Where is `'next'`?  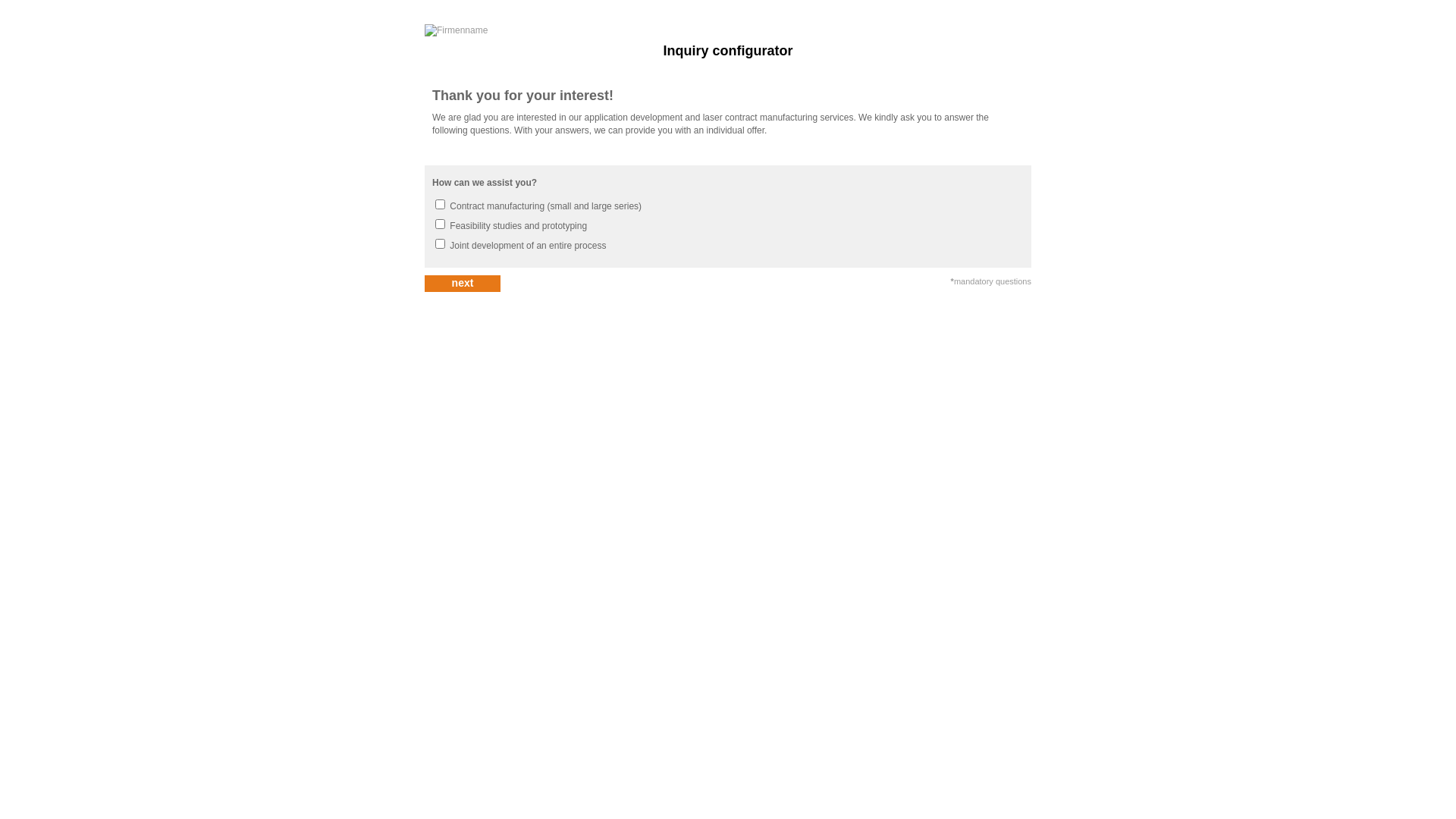 'next' is located at coordinates (461, 284).